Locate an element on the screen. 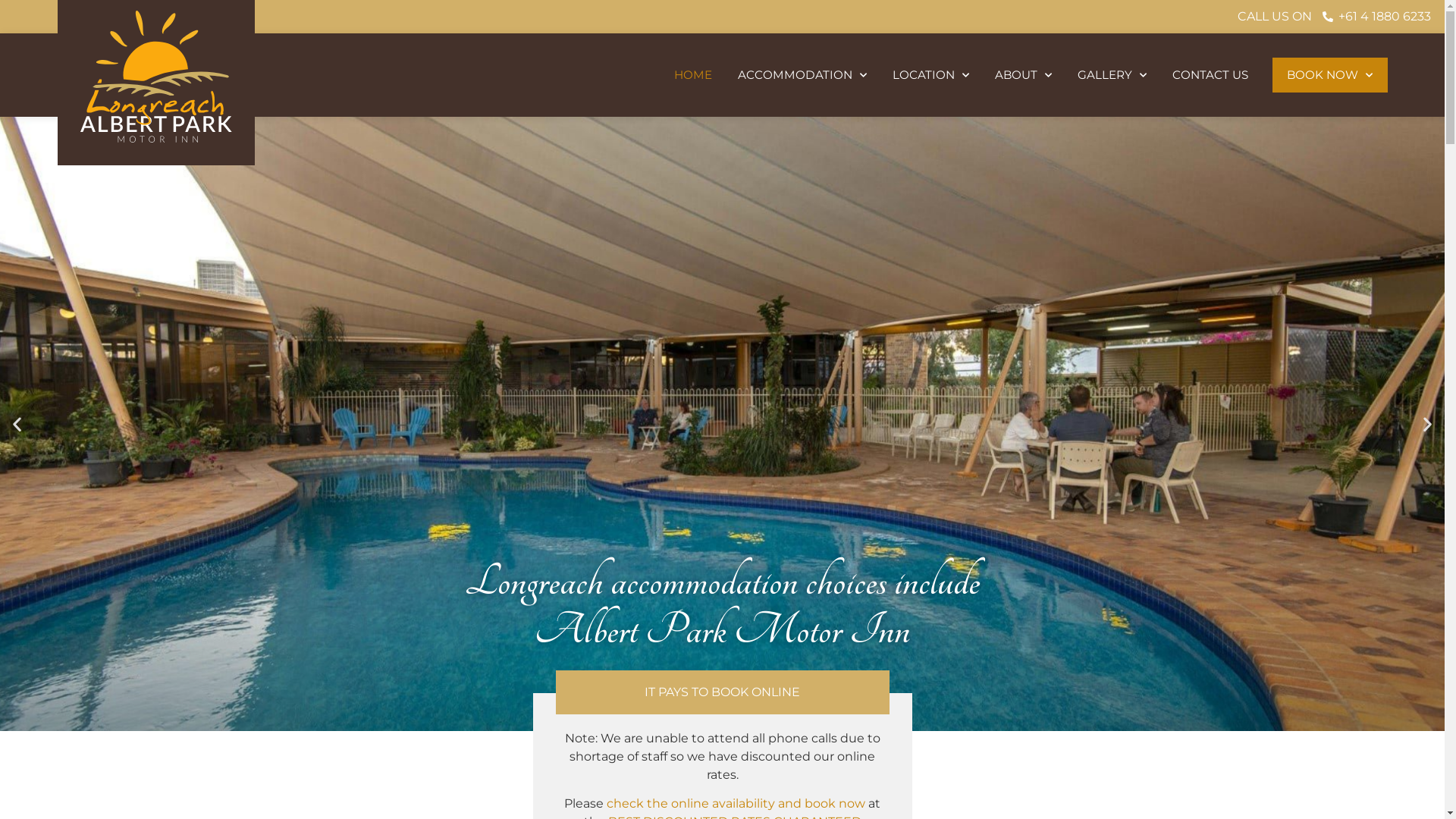 This screenshot has height=819, width=1456. 'check the online availability and book now' is located at coordinates (736, 802).